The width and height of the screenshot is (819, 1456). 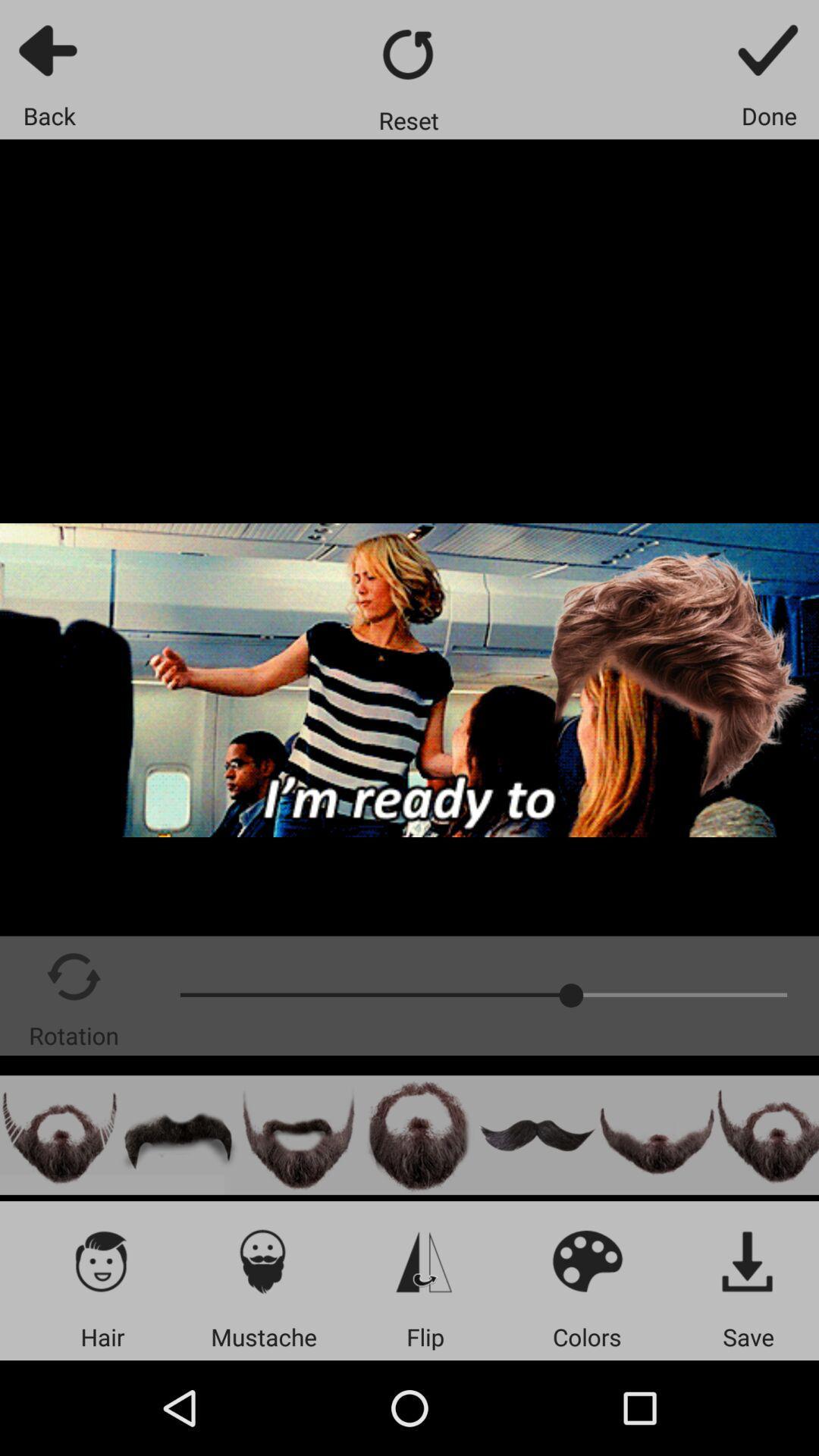 What do you see at coordinates (49, 49) in the screenshot?
I see `the arrow_backward icon` at bounding box center [49, 49].